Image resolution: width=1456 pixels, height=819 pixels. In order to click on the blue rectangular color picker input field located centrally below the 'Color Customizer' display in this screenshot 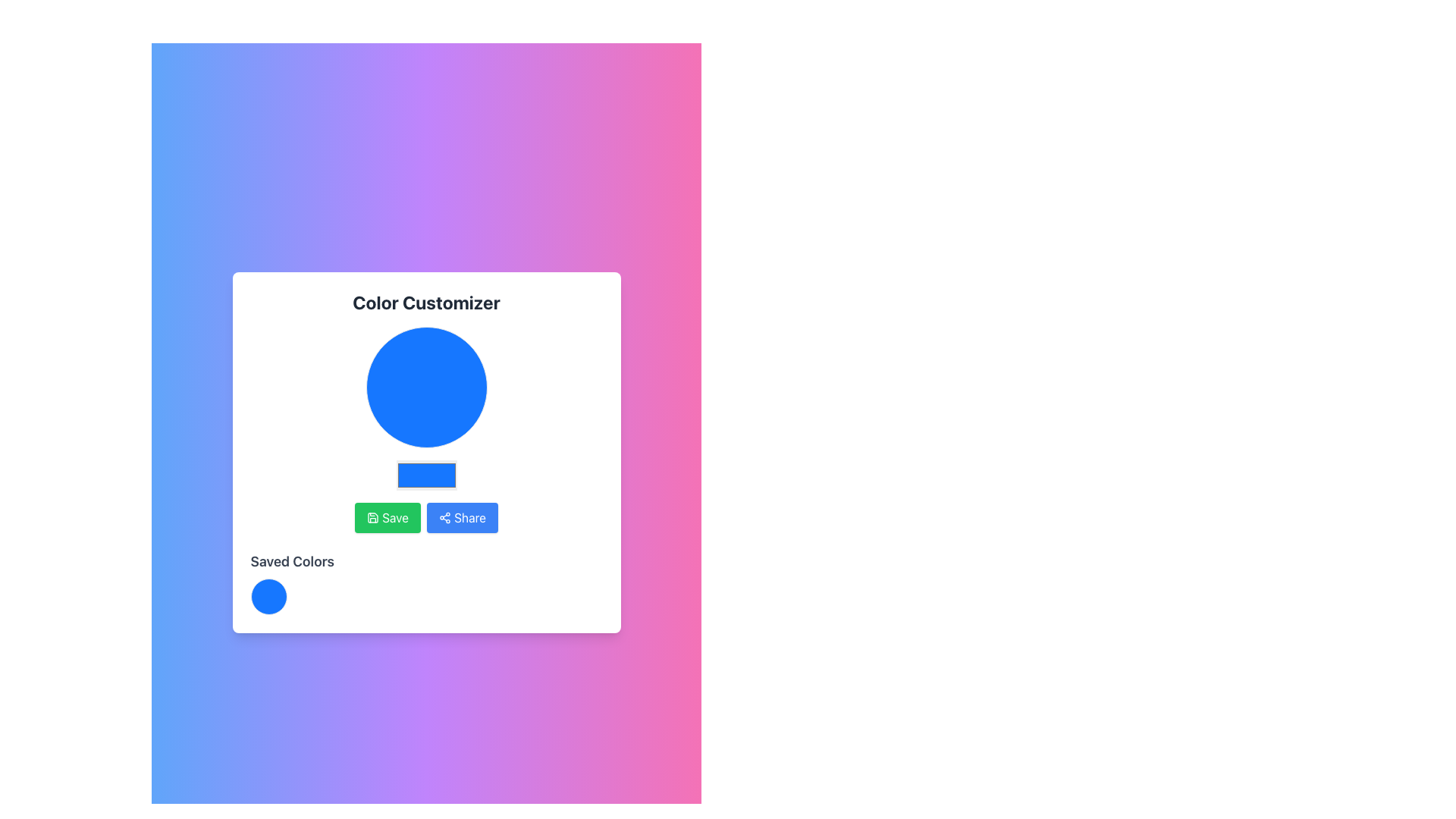, I will do `click(425, 452)`.